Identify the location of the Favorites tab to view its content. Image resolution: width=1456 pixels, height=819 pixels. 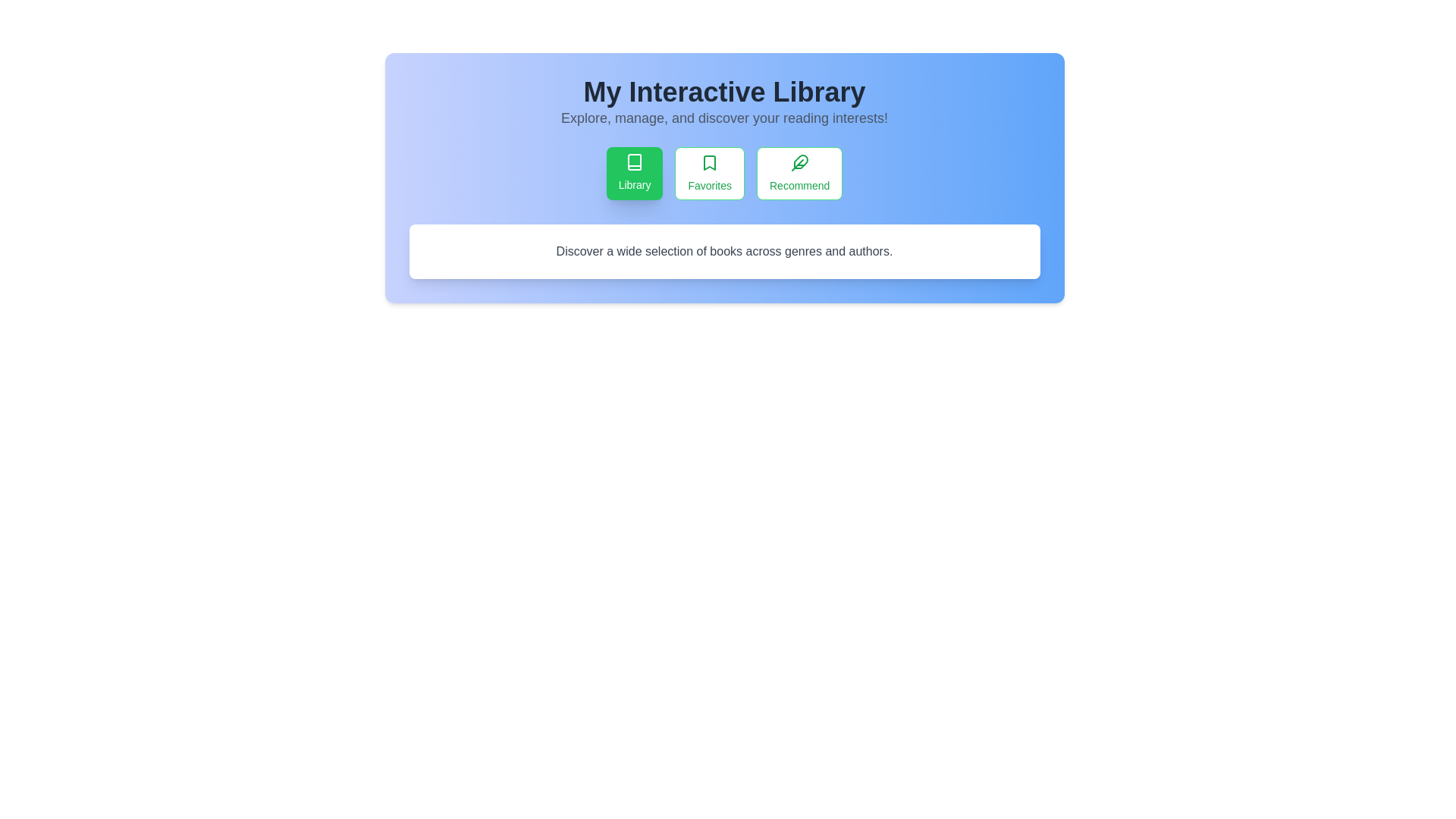
(709, 172).